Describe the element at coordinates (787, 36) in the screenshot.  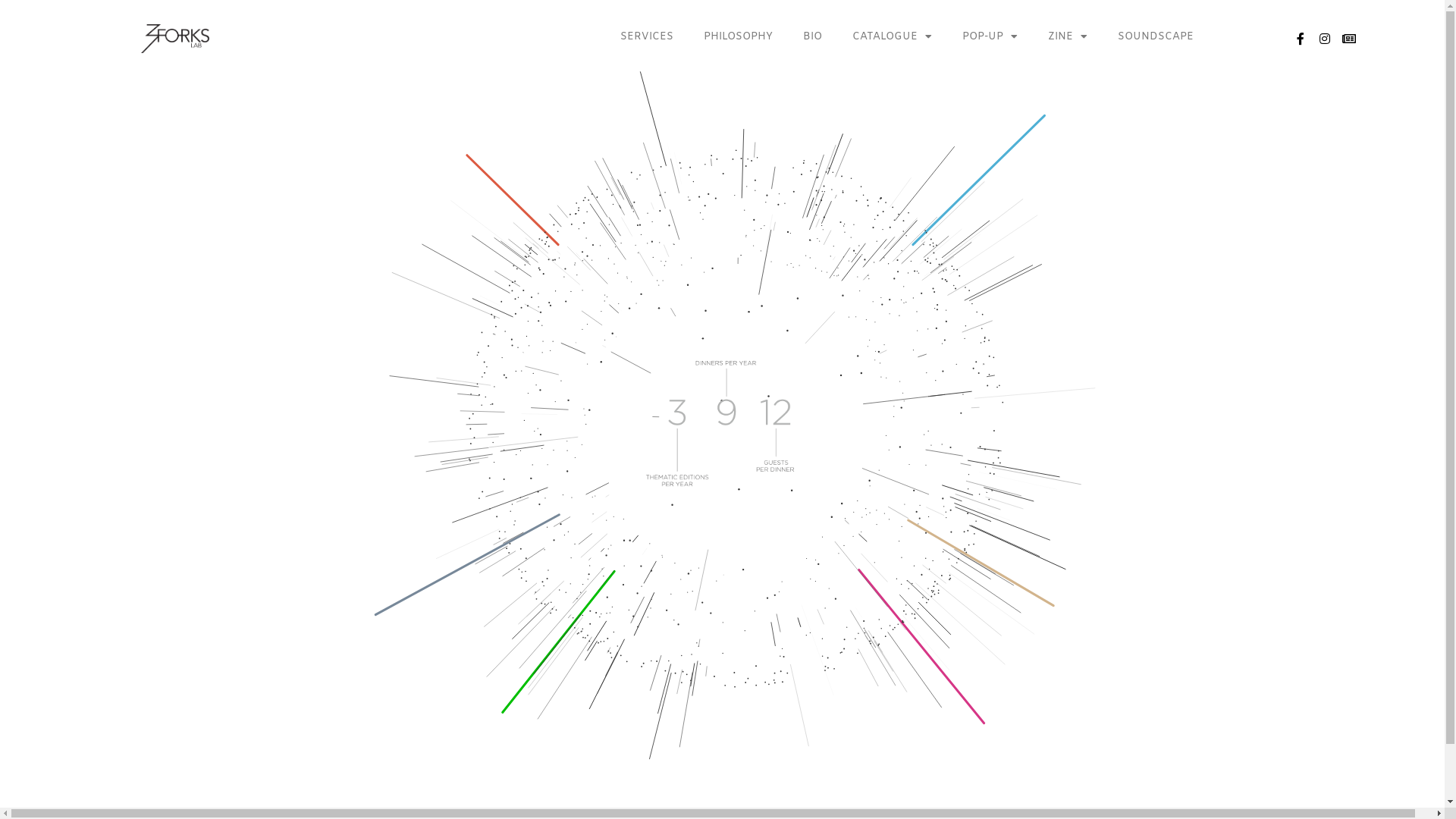
I see `'BIO'` at that location.